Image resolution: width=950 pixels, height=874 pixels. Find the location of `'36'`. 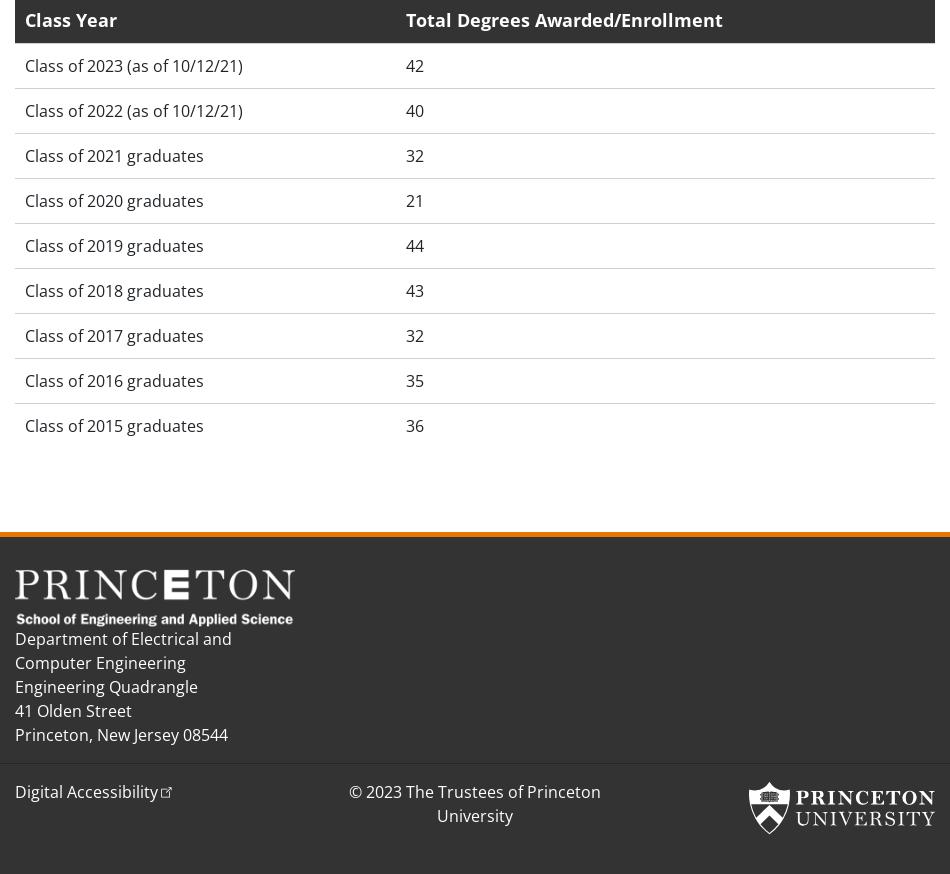

'36' is located at coordinates (413, 425).